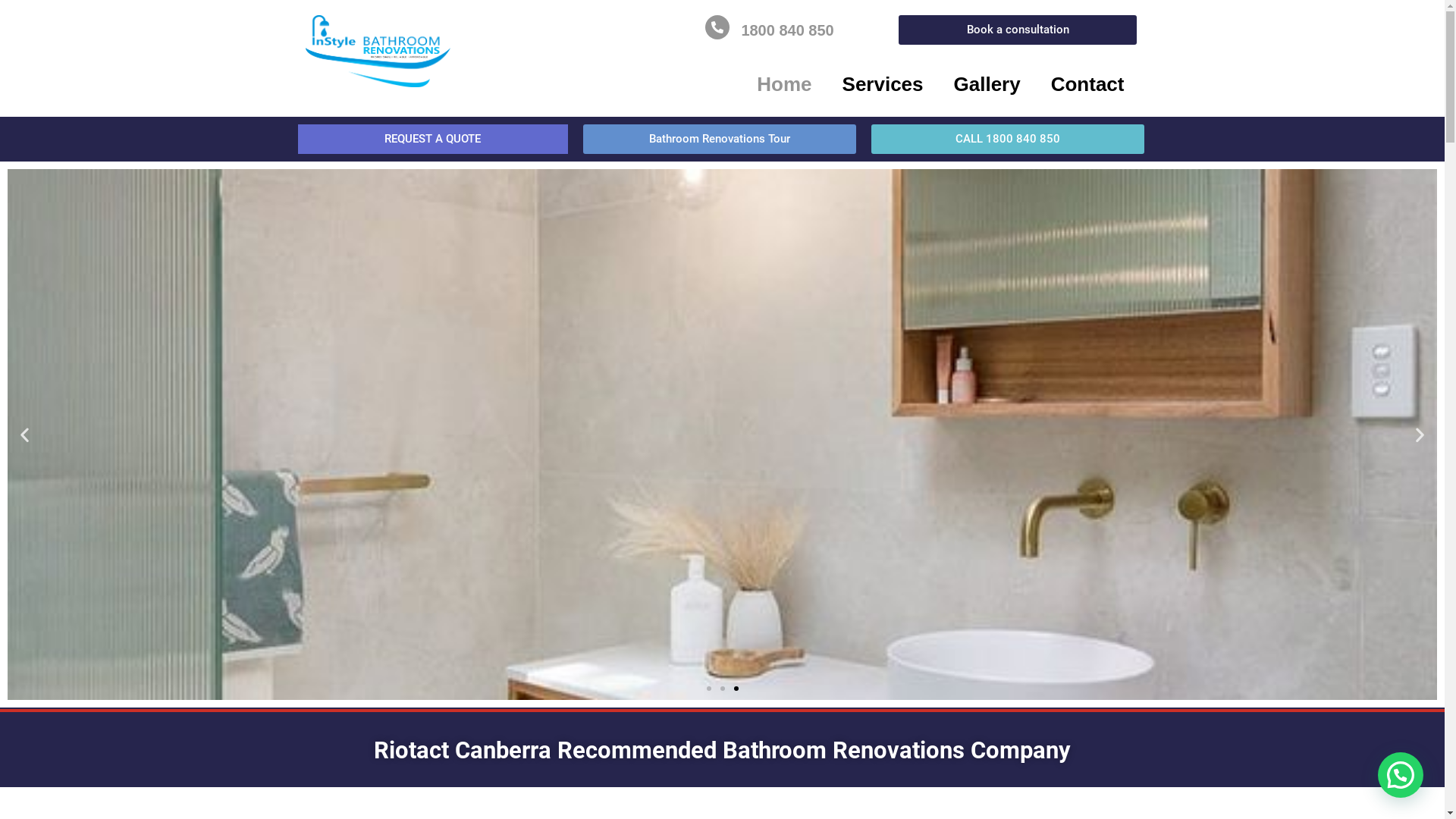 This screenshot has width=1456, height=819. Describe the element at coordinates (826, 84) in the screenshot. I see `'Services'` at that location.